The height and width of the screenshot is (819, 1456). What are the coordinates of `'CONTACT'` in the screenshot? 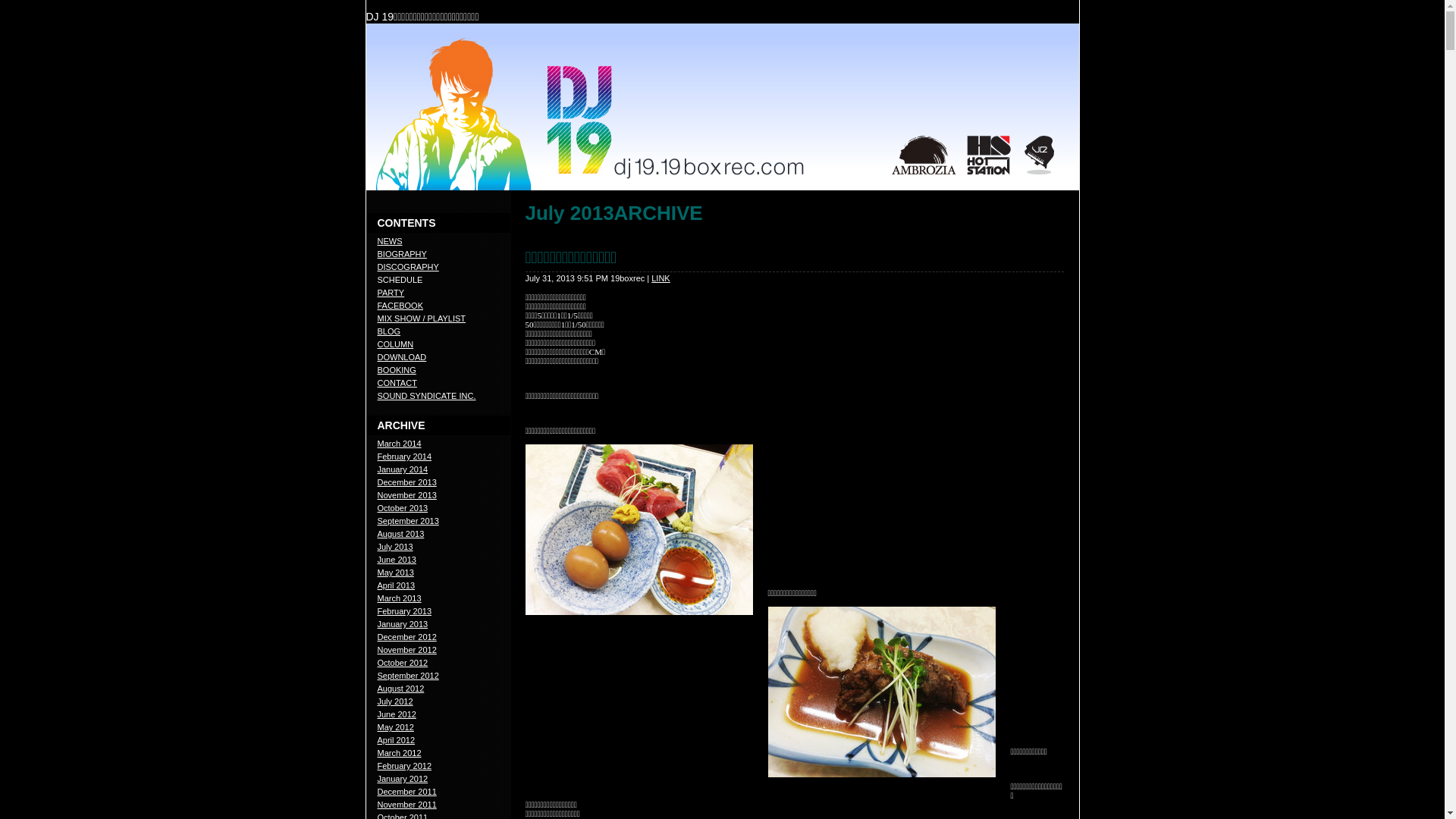 It's located at (397, 382).